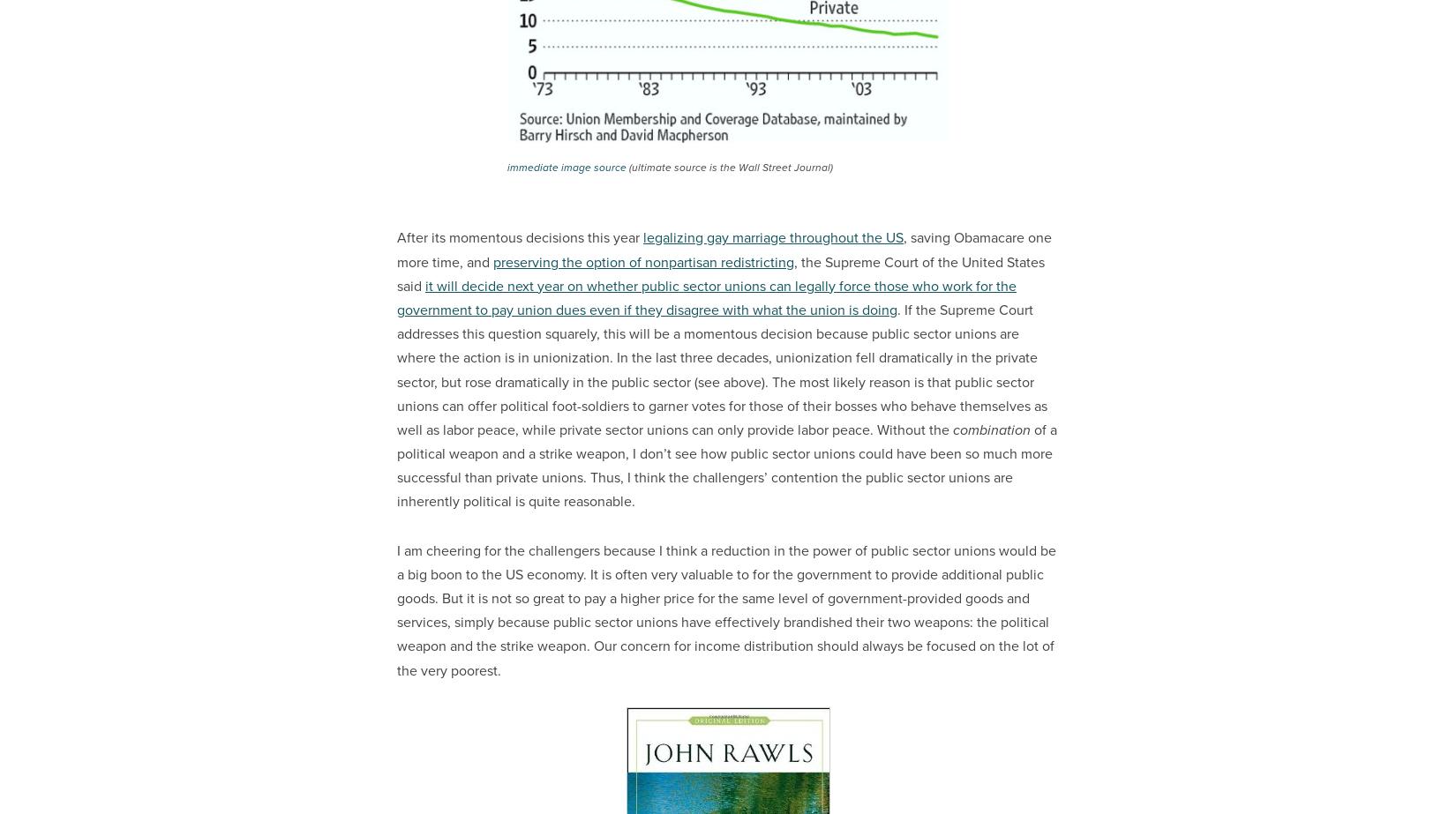 Image resolution: width=1456 pixels, height=814 pixels. I want to click on '(ultimate source is the Wall Street Journal)', so click(729, 168).